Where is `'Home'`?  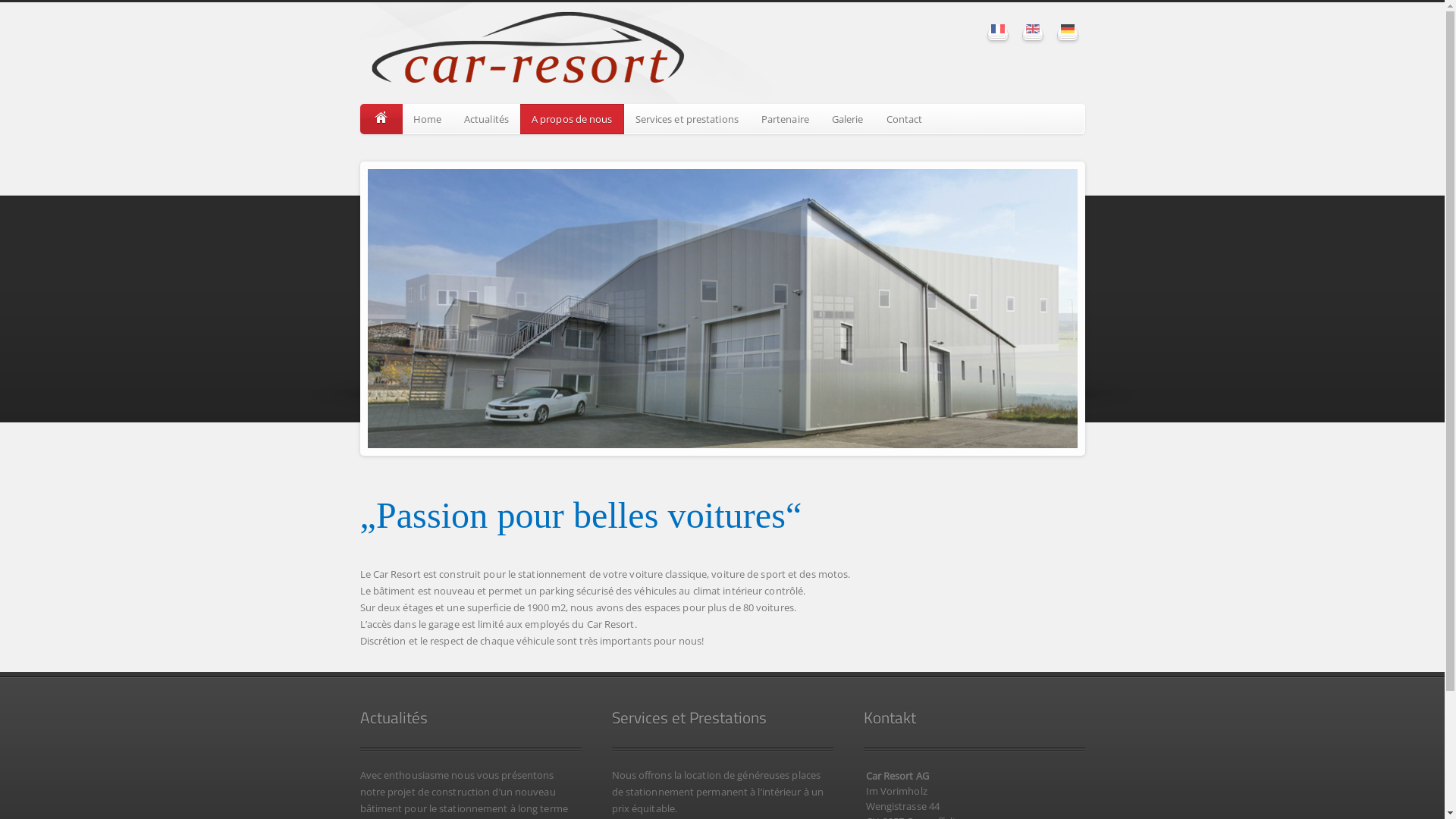
'Home' is located at coordinates (401, 118).